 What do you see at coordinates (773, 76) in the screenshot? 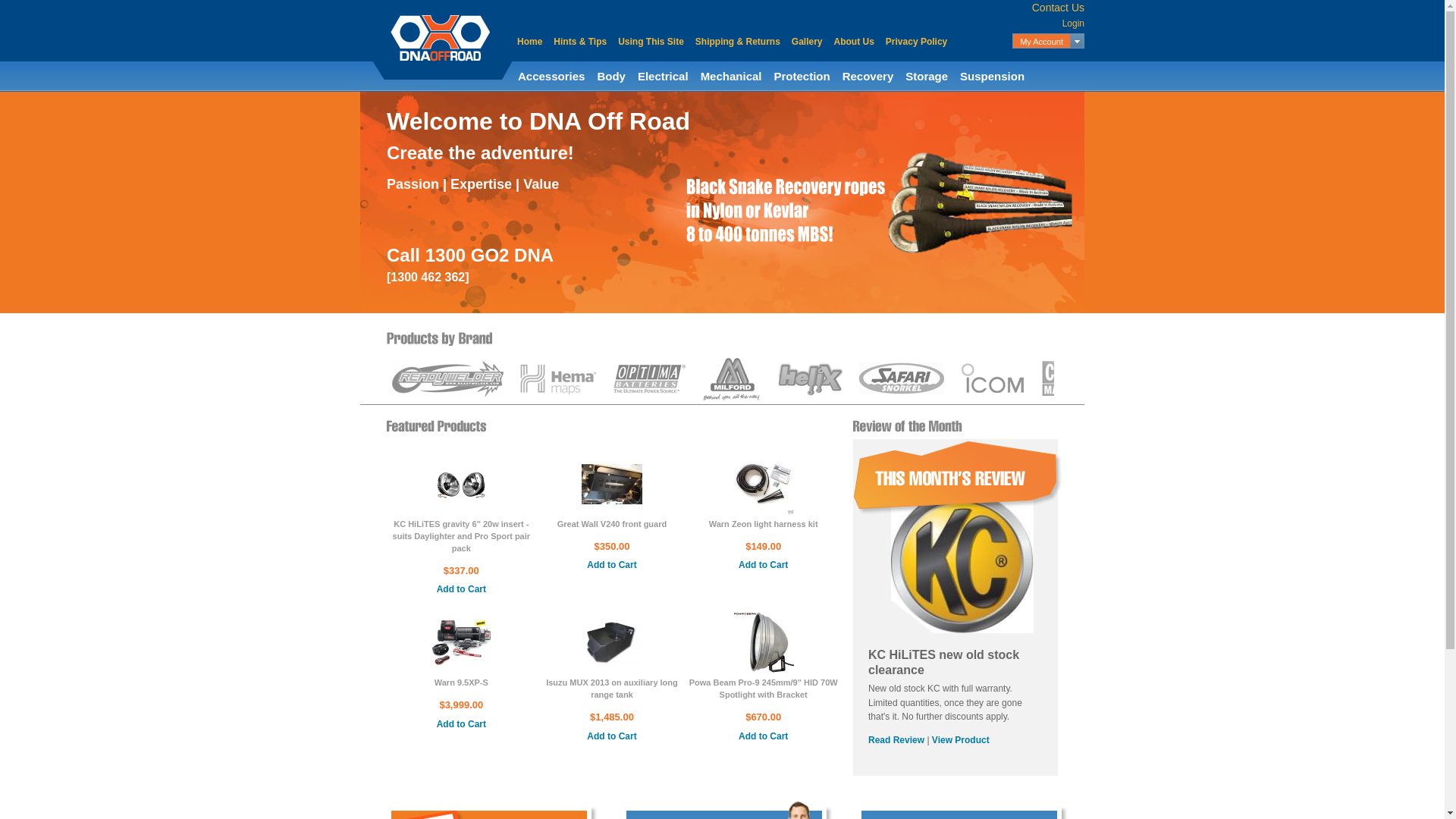
I see `'Protection'` at bounding box center [773, 76].